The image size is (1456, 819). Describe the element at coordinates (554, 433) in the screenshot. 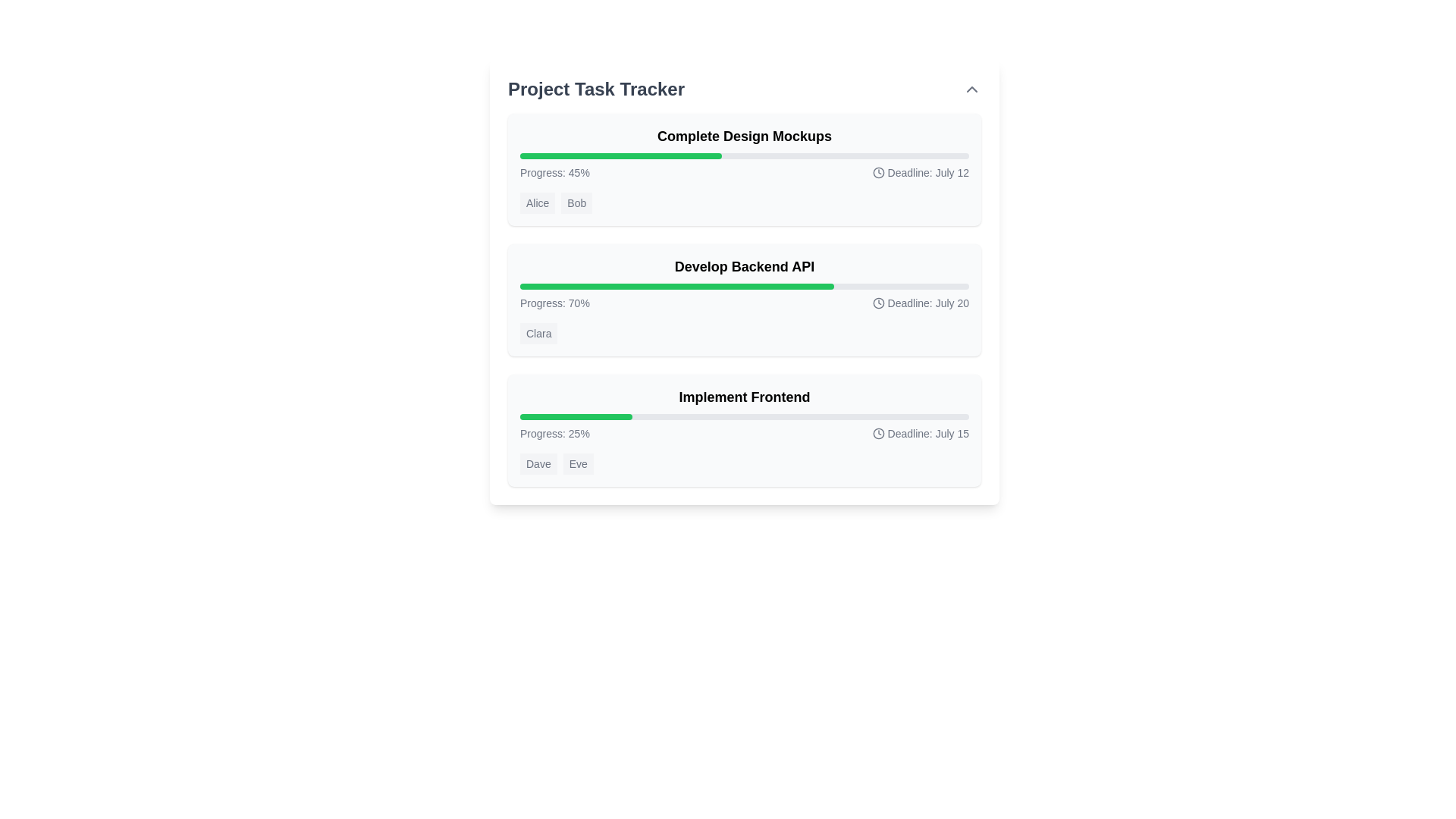

I see `text displayed in the Text Label that shows 'Progress: 25%' located in the bottom section of the 'Implement Frontend' card` at that location.